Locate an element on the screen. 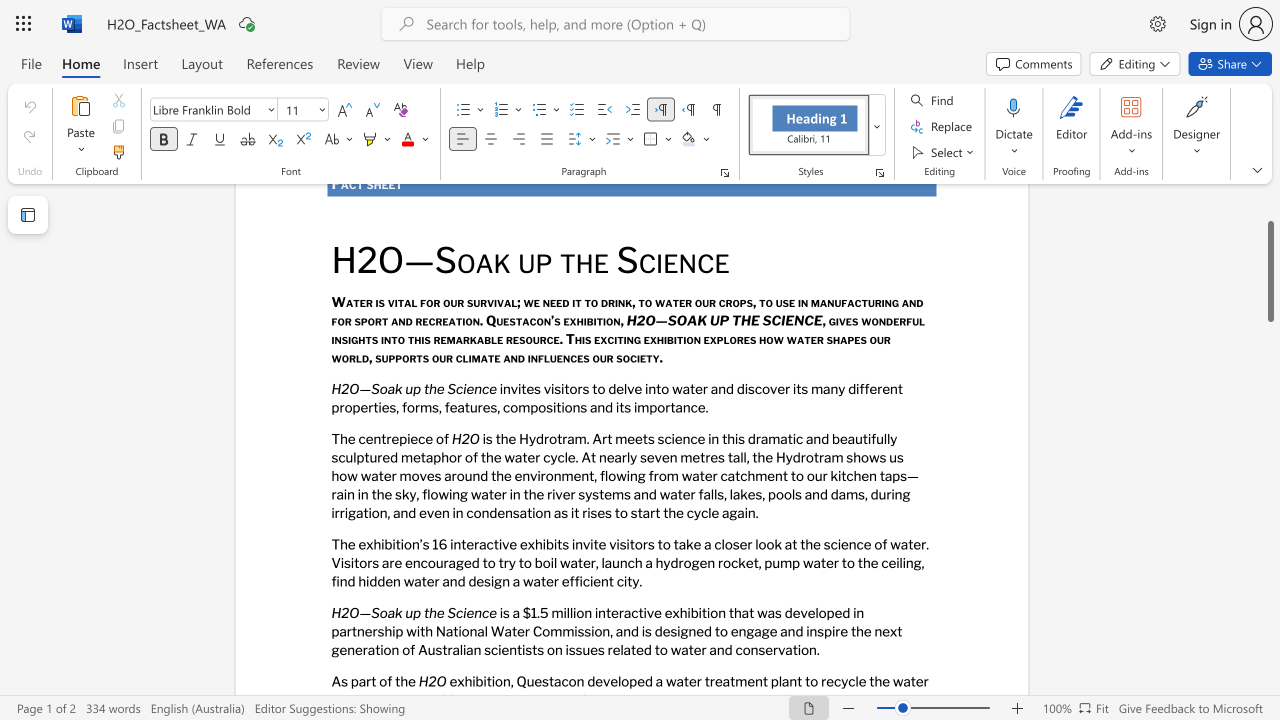  the scrollbar and move up 130 pixels is located at coordinates (1269, 271).